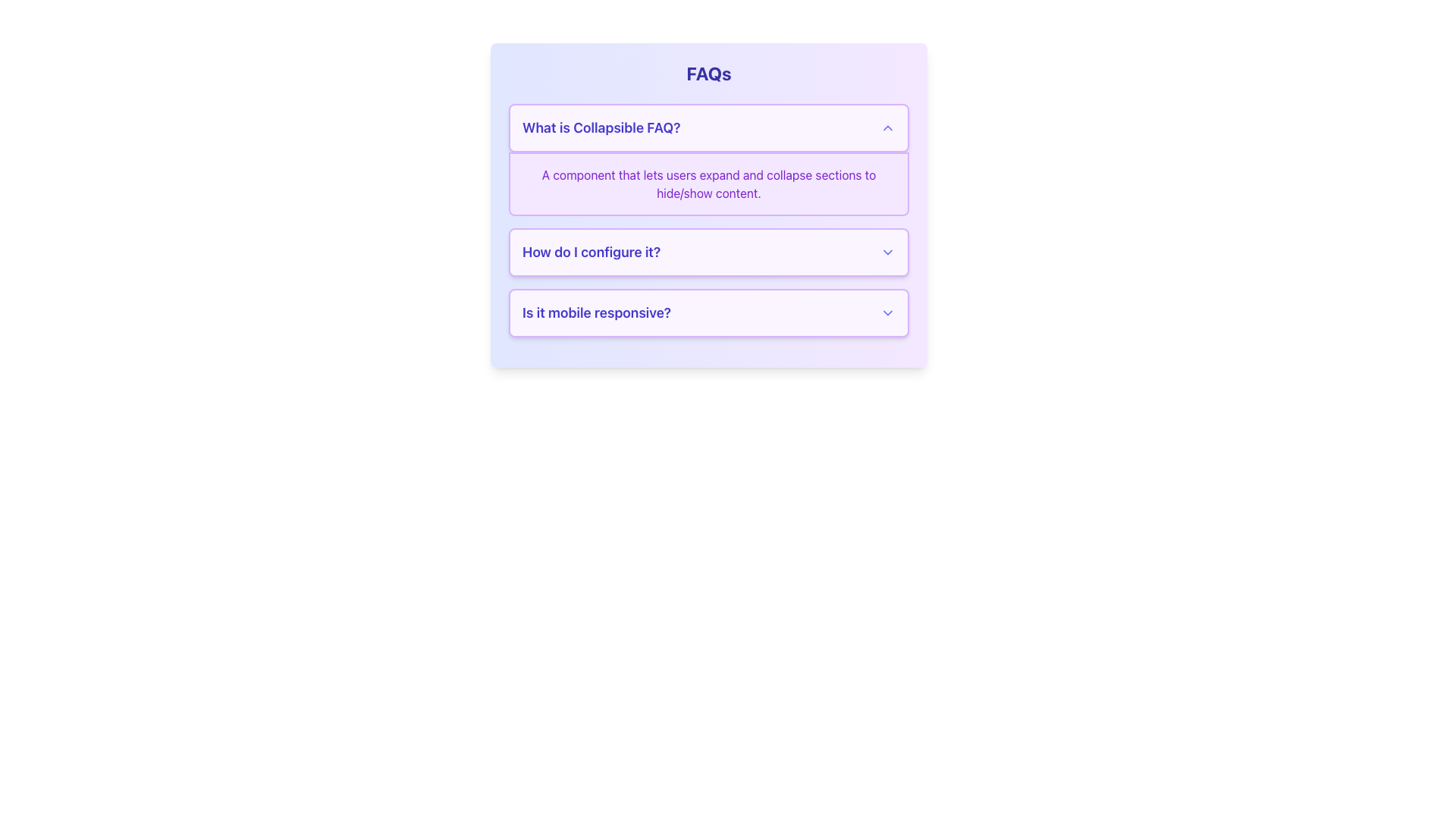 This screenshot has height=819, width=1456. Describe the element at coordinates (708, 312) in the screenshot. I see `the third collapsible panel in the FAQ section` at that location.